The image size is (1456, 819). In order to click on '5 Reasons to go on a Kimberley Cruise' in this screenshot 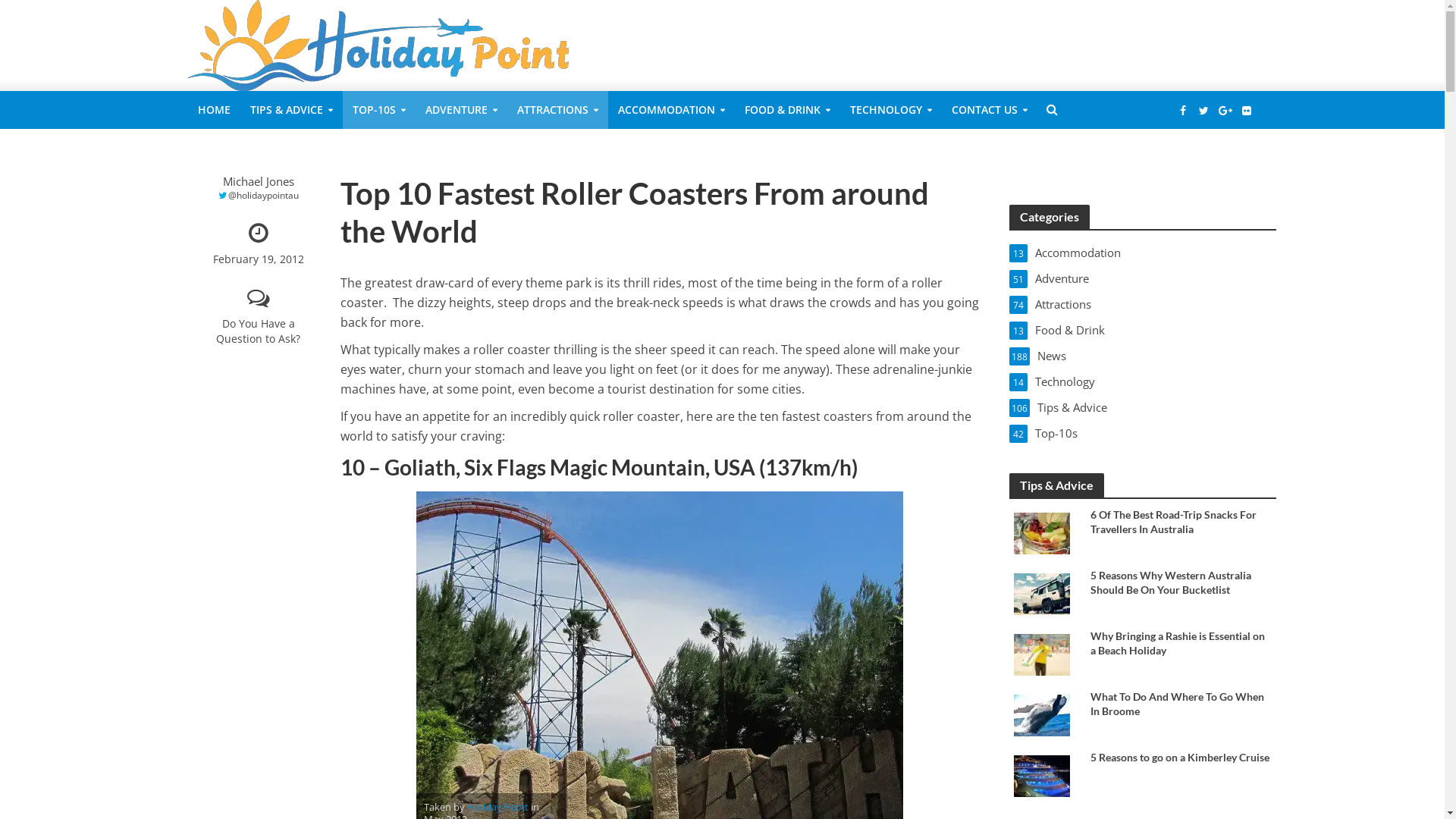, I will do `click(1040, 775)`.